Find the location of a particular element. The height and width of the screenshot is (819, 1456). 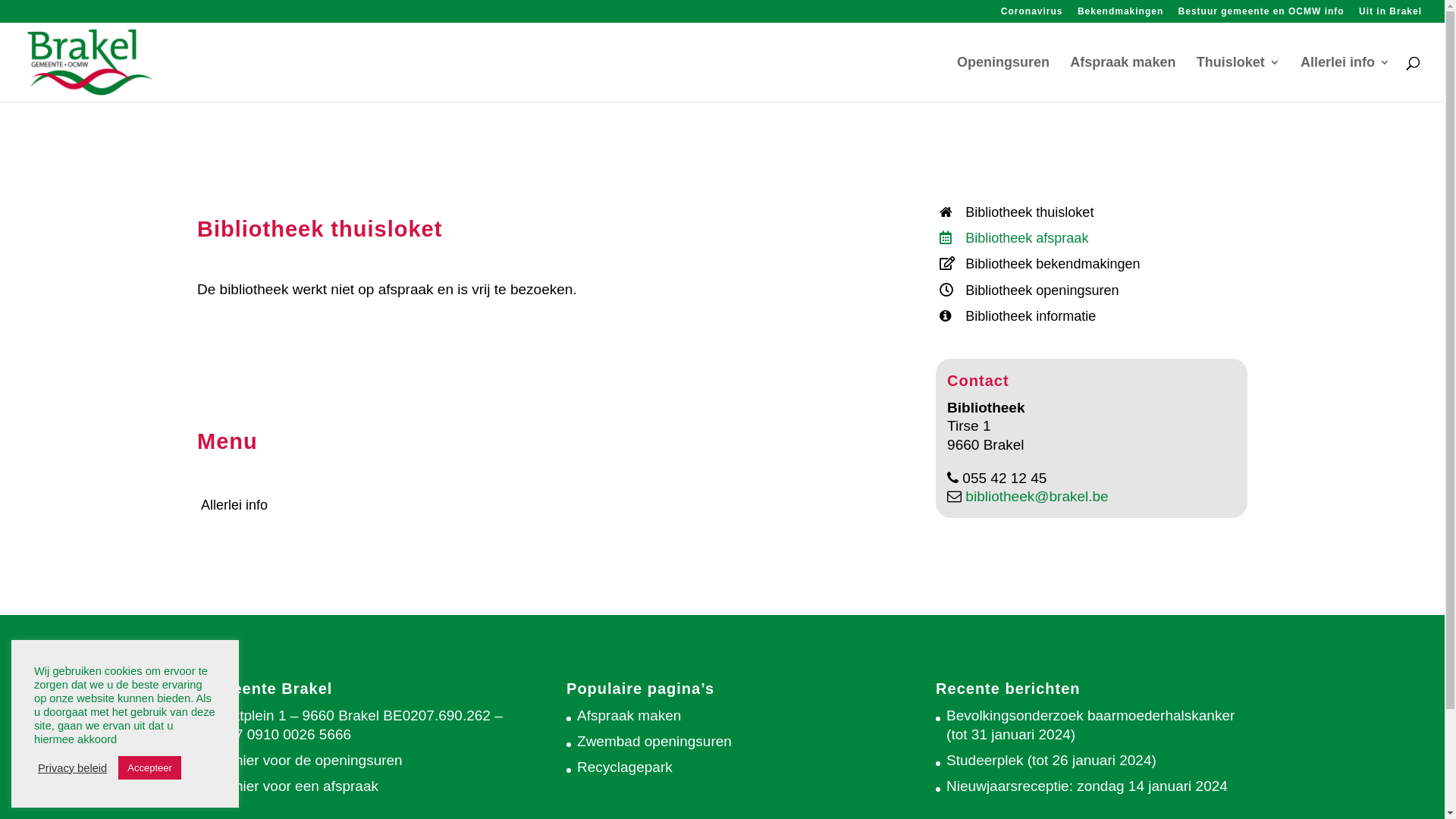

'Privacy beleid' is located at coordinates (71, 768).